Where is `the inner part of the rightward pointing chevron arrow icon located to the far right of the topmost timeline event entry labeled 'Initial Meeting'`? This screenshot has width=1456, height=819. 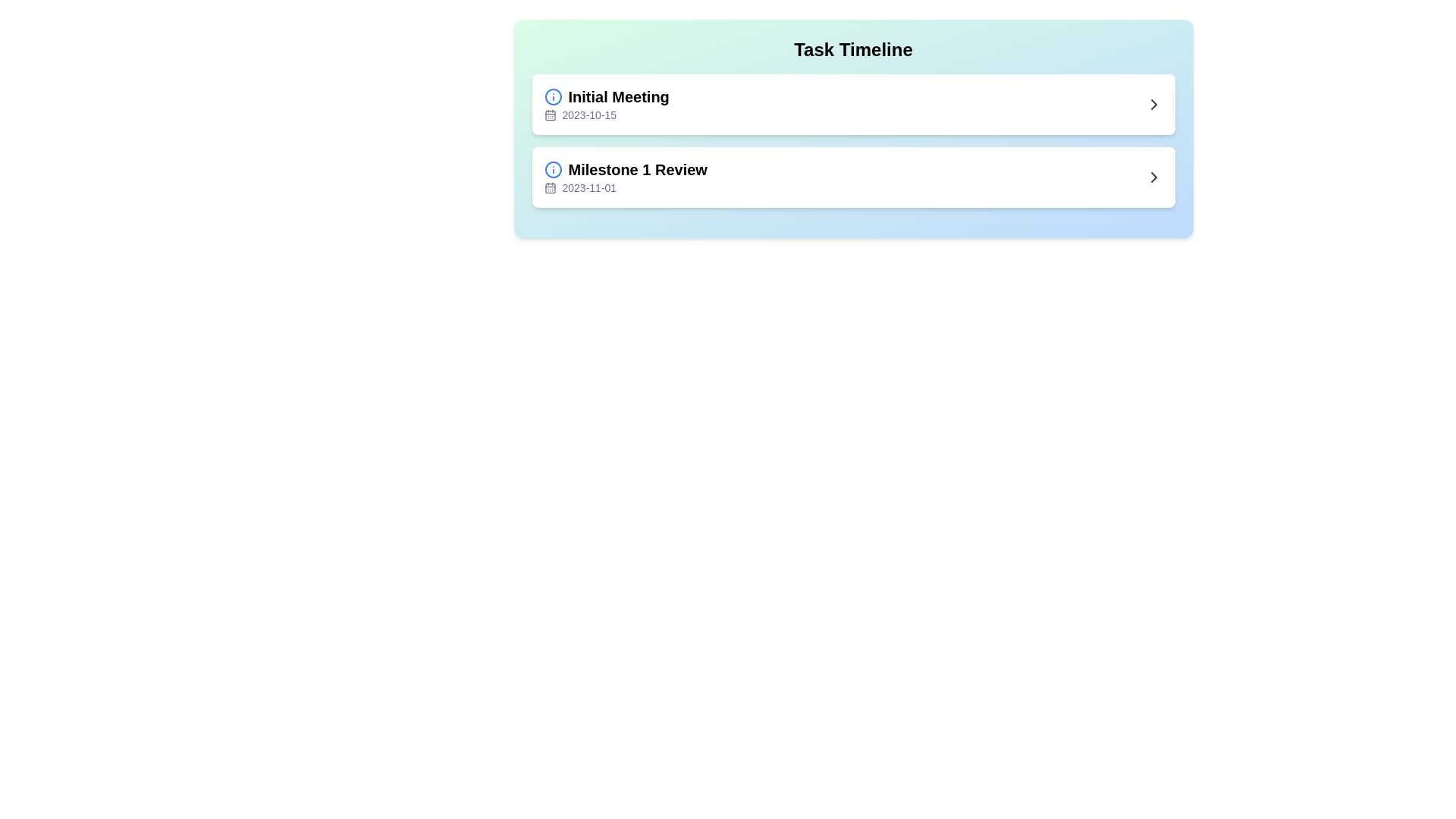
the inner part of the rightward pointing chevron arrow icon located to the far right of the topmost timeline event entry labeled 'Initial Meeting' is located at coordinates (1153, 104).